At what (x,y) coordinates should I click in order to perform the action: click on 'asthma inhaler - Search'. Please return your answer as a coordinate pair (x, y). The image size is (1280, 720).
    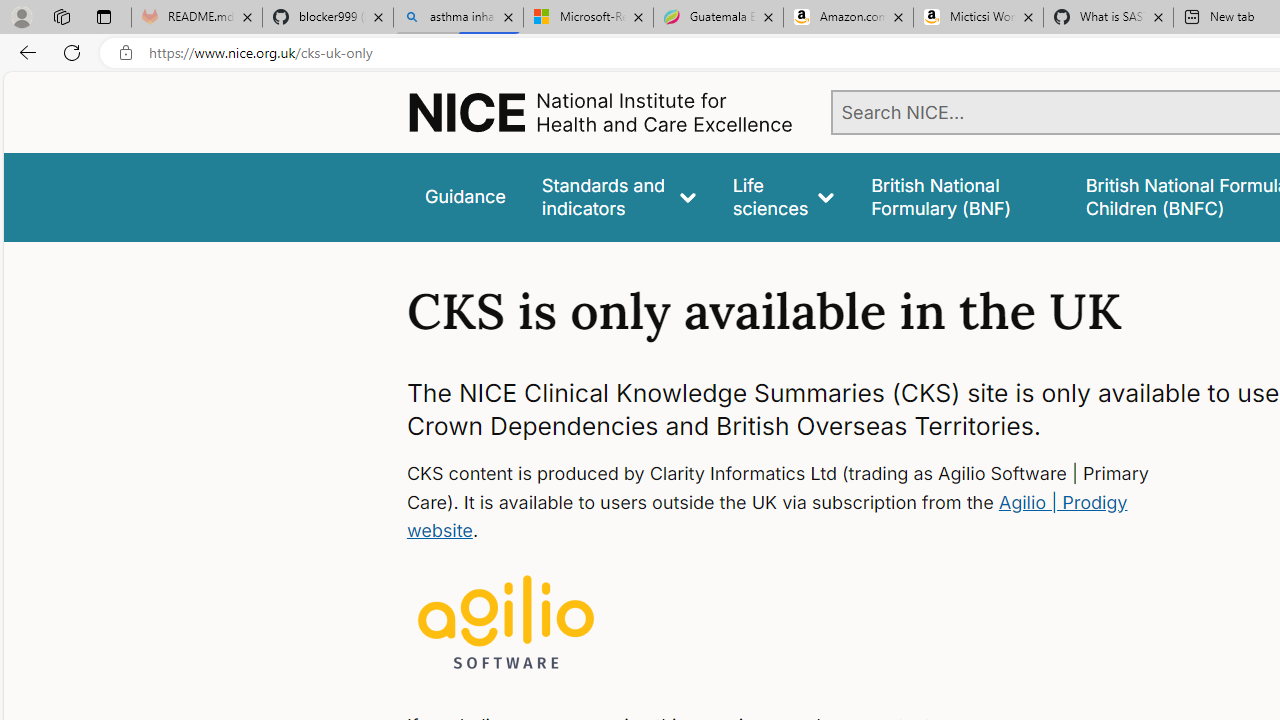
    Looking at the image, I should click on (457, 17).